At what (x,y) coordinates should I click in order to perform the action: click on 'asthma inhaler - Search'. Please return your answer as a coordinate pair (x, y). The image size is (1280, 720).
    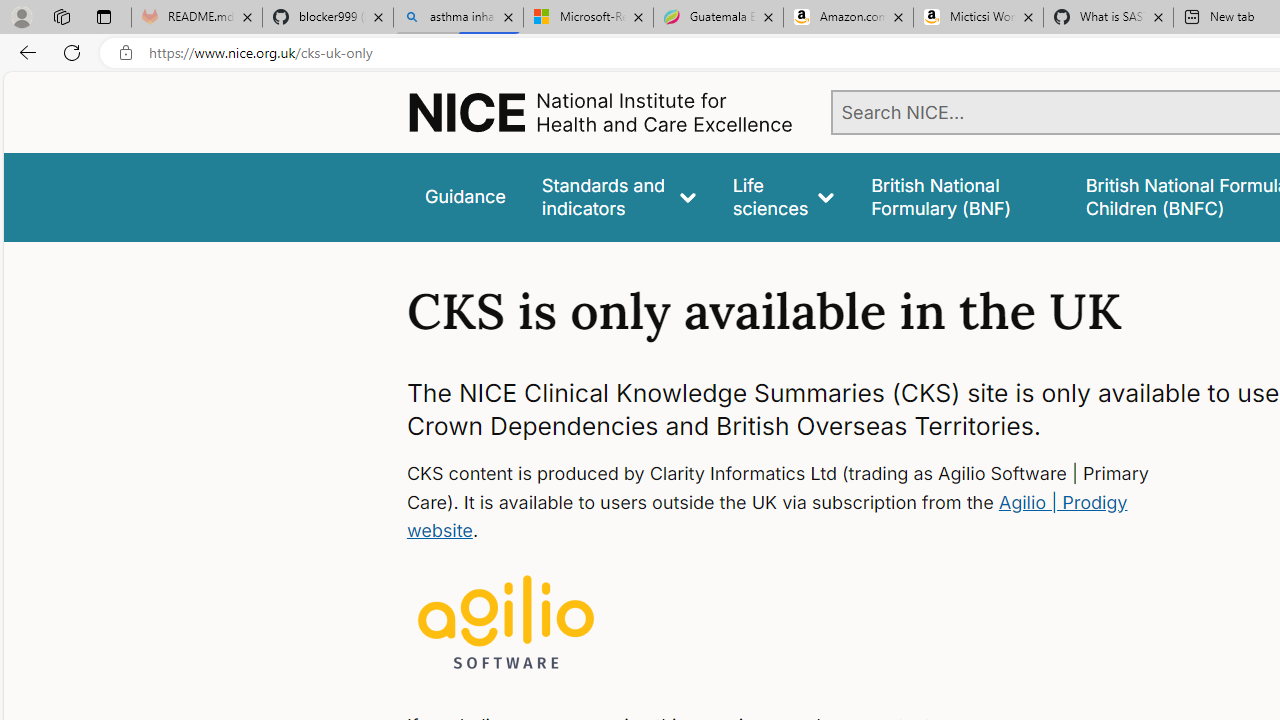
    Looking at the image, I should click on (457, 17).